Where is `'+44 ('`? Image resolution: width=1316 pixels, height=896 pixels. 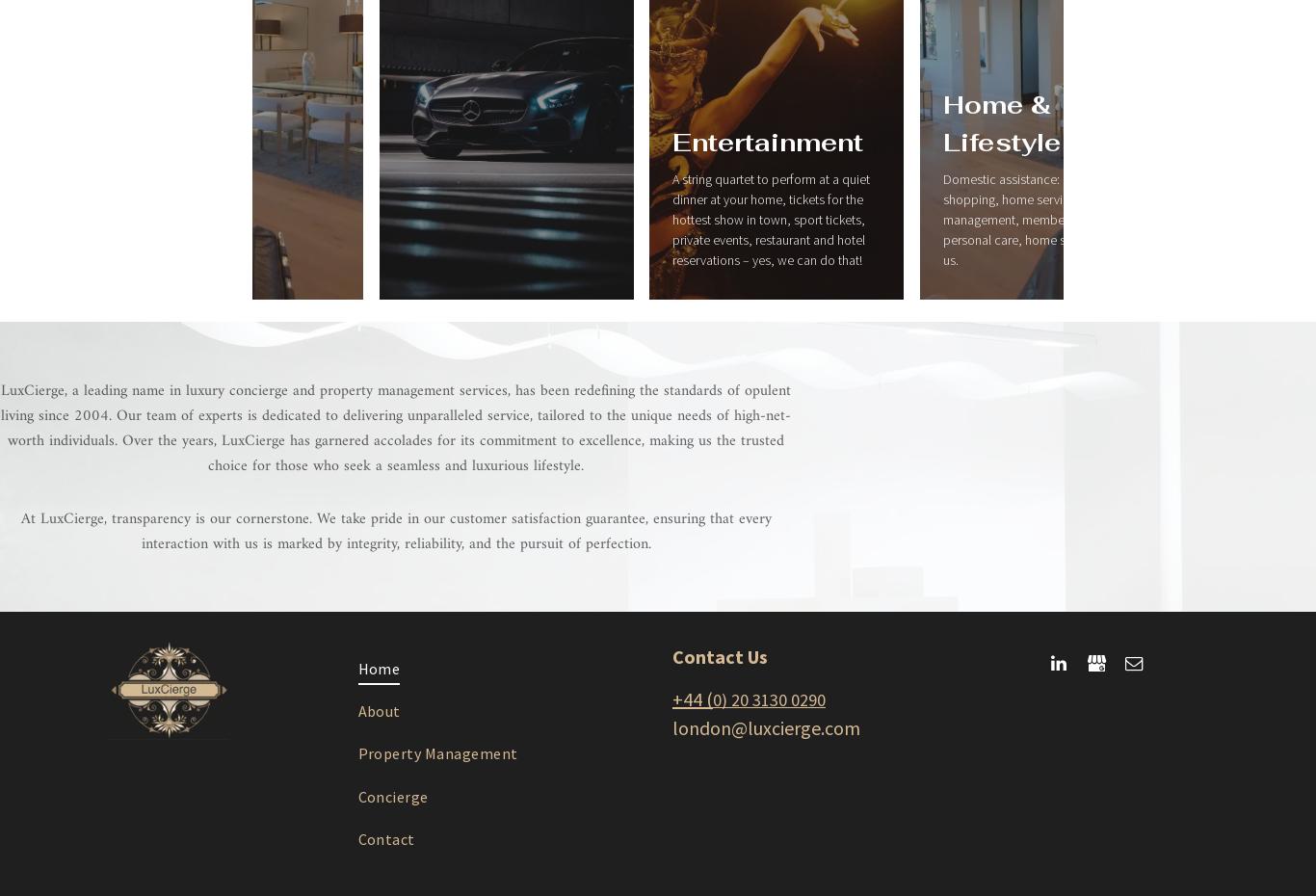
'+44 (' is located at coordinates (693, 698).